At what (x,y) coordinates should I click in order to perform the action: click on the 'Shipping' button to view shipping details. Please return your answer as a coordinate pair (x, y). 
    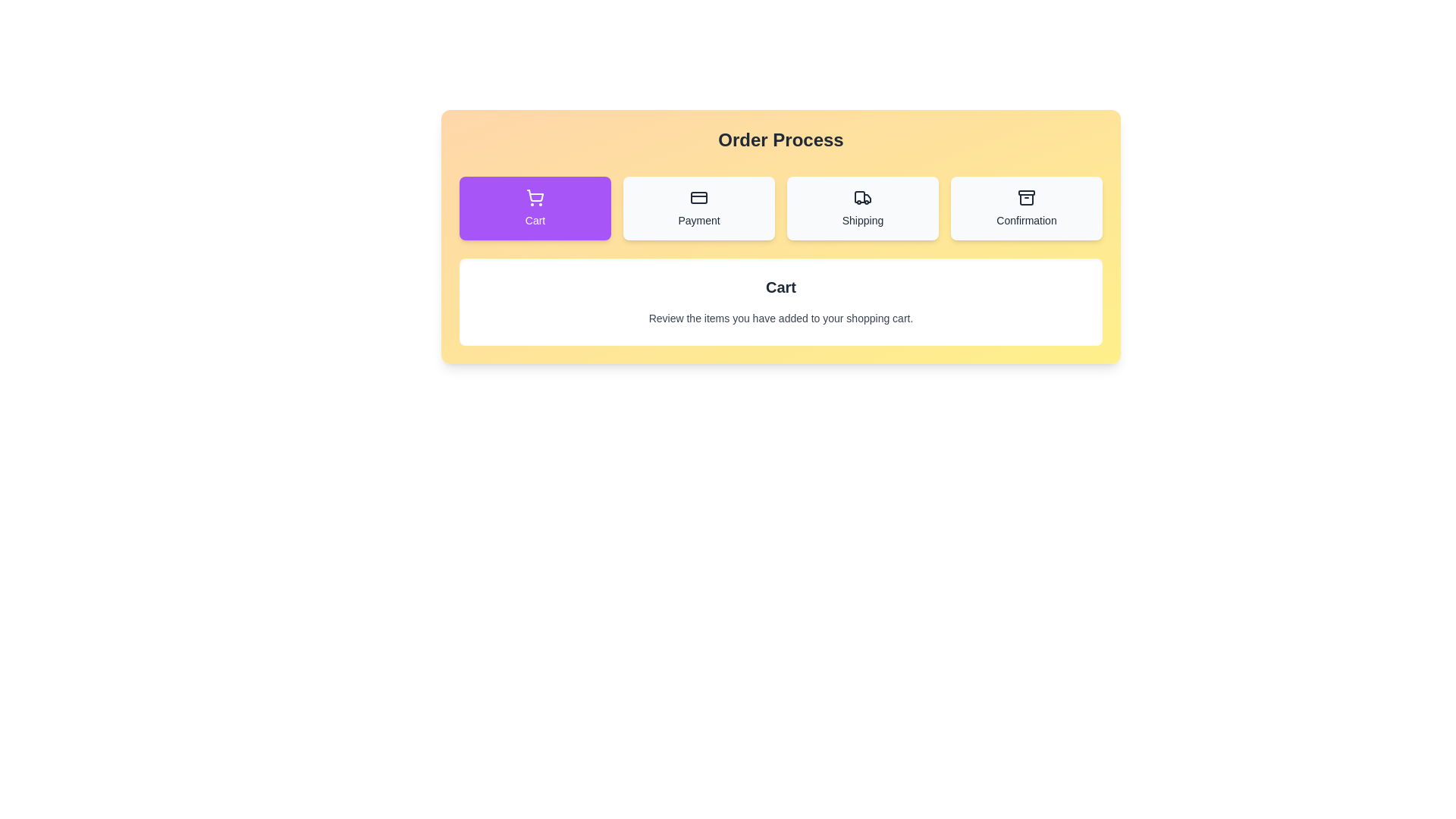
    Looking at the image, I should click on (862, 208).